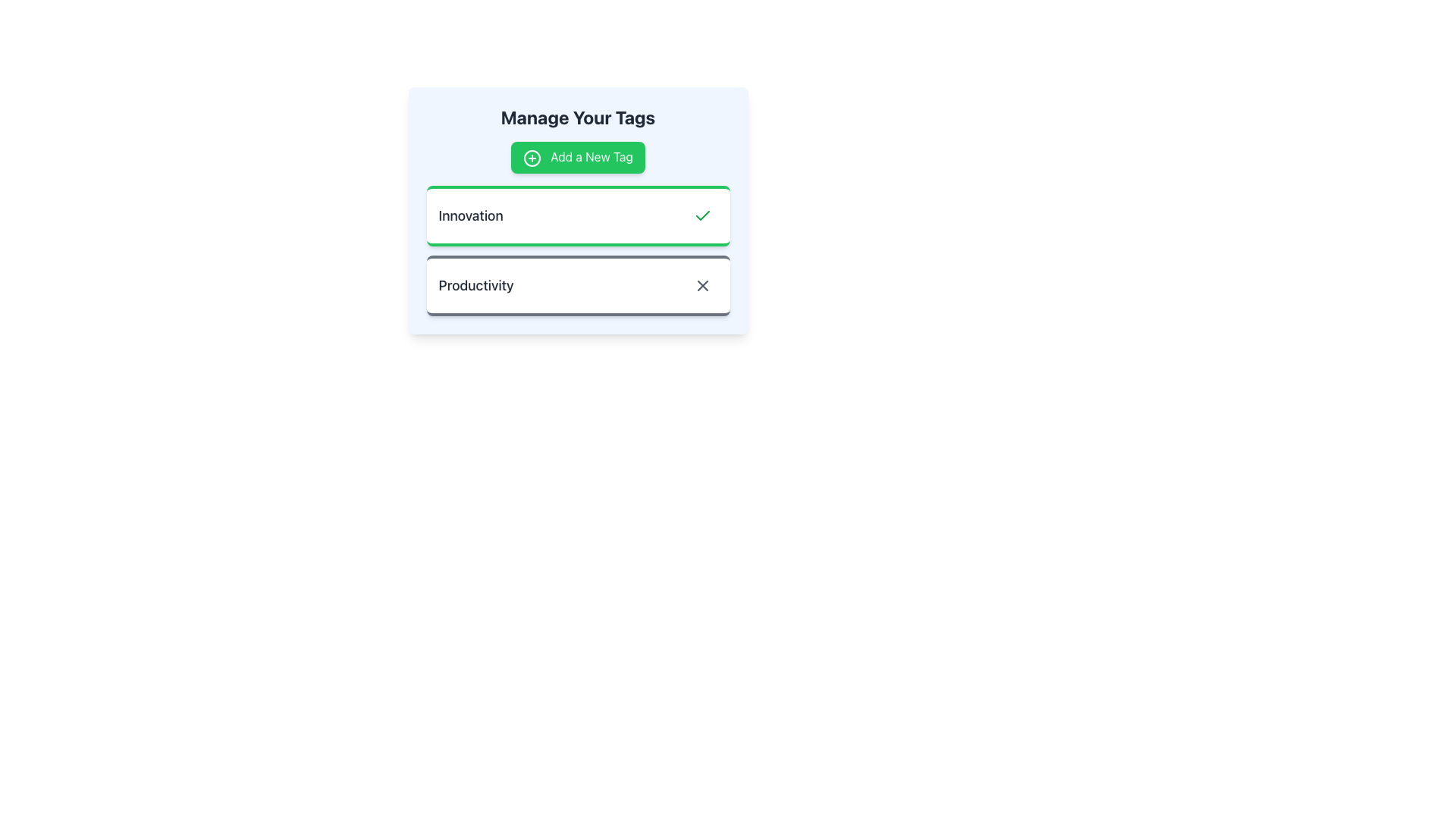 This screenshot has height=819, width=1456. What do you see at coordinates (532, 158) in the screenshot?
I see `the central circular element of the '+' icon within the 'Add a New Tag' button, located in the middle of the interface under the 'Manage Your Tags' header` at bounding box center [532, 158].